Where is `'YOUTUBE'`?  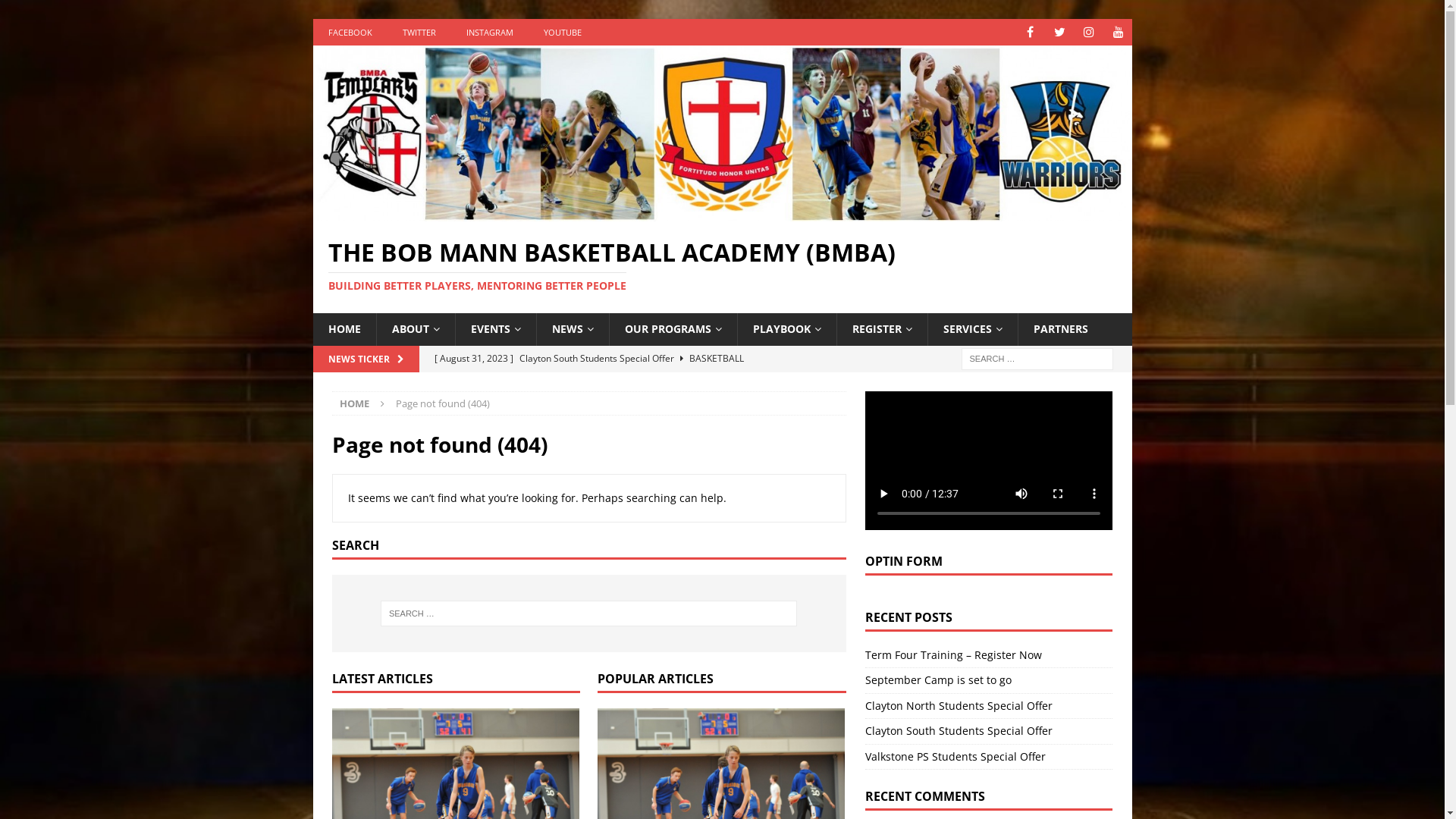
'YOUTUBE' is located at coordinates (528, 32).